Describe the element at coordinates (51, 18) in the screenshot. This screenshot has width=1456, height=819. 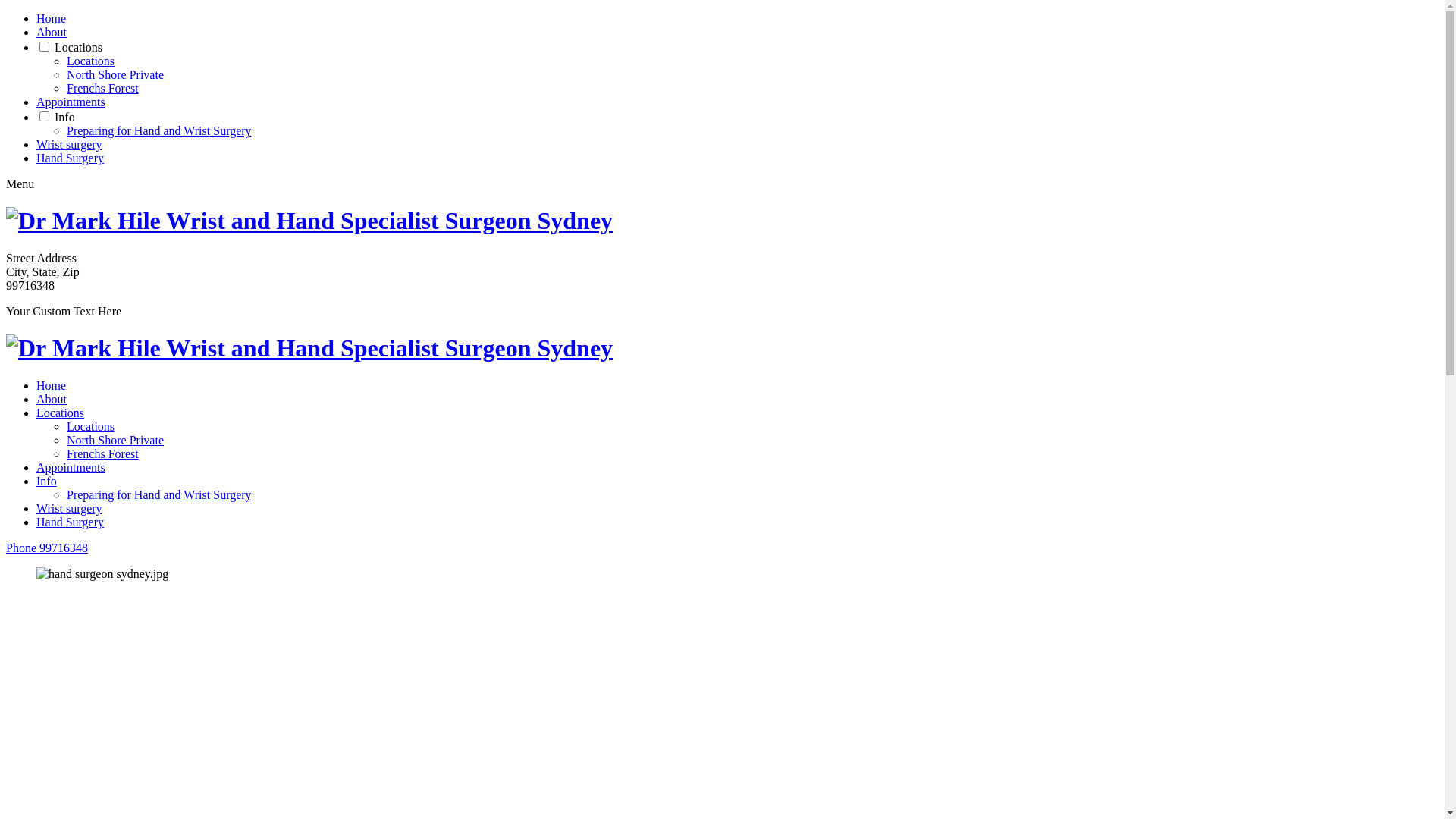
I see `'Home'` at that location.